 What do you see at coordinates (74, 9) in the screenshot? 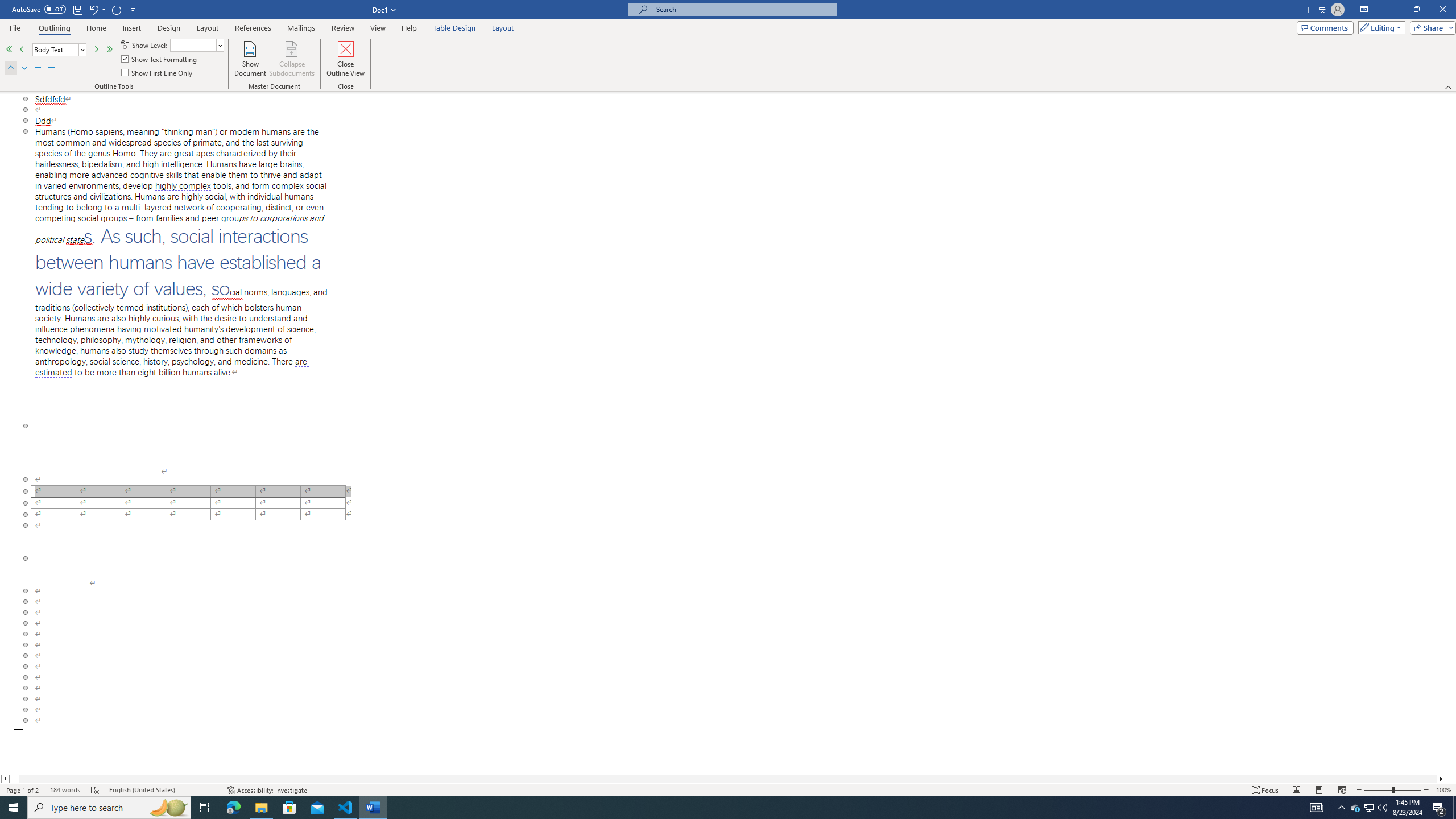
I see `'Quick Access Toolbar'` at bounding box center [74, 9].